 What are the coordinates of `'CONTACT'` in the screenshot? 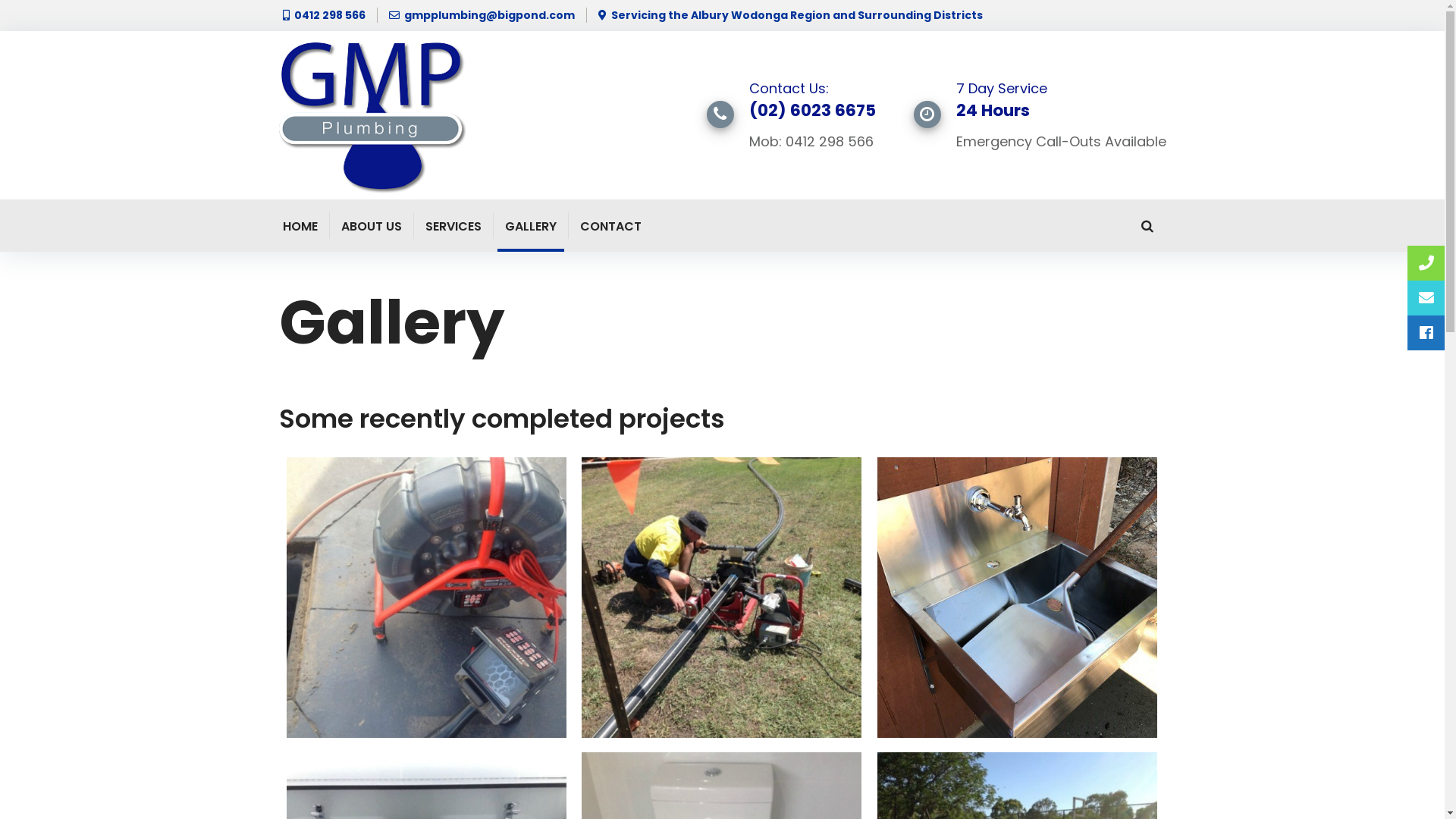 It's located at (570, 225).